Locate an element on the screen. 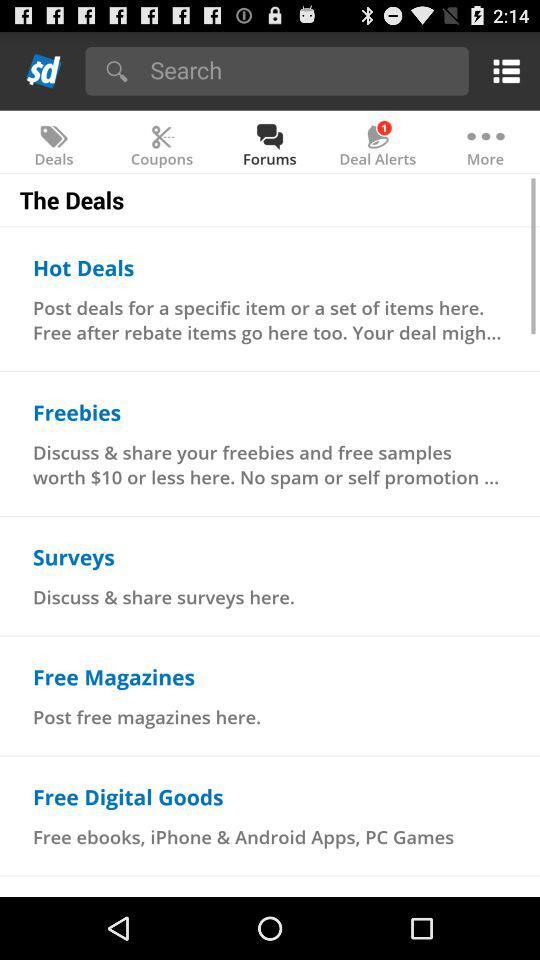 This screenshot has width=540, height=960. the post deals for app is located at coordinates (270, 319).